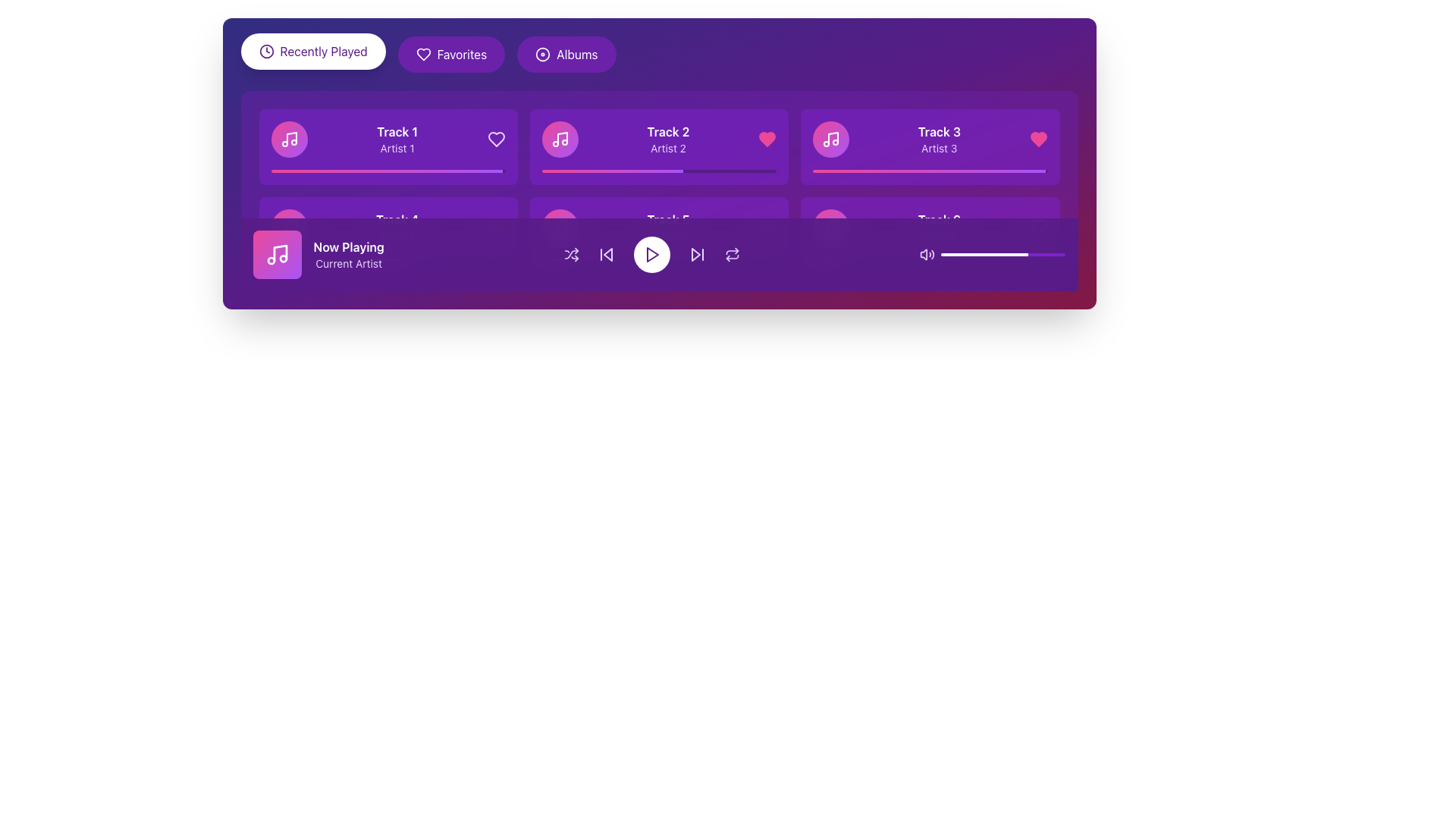  What do you see at coordinates (312, 51) in the screenshot?
I see `the 'Recently Played' button located at the top-left corner of the interface for keyboard navigation` at bounding box center [312, 51].